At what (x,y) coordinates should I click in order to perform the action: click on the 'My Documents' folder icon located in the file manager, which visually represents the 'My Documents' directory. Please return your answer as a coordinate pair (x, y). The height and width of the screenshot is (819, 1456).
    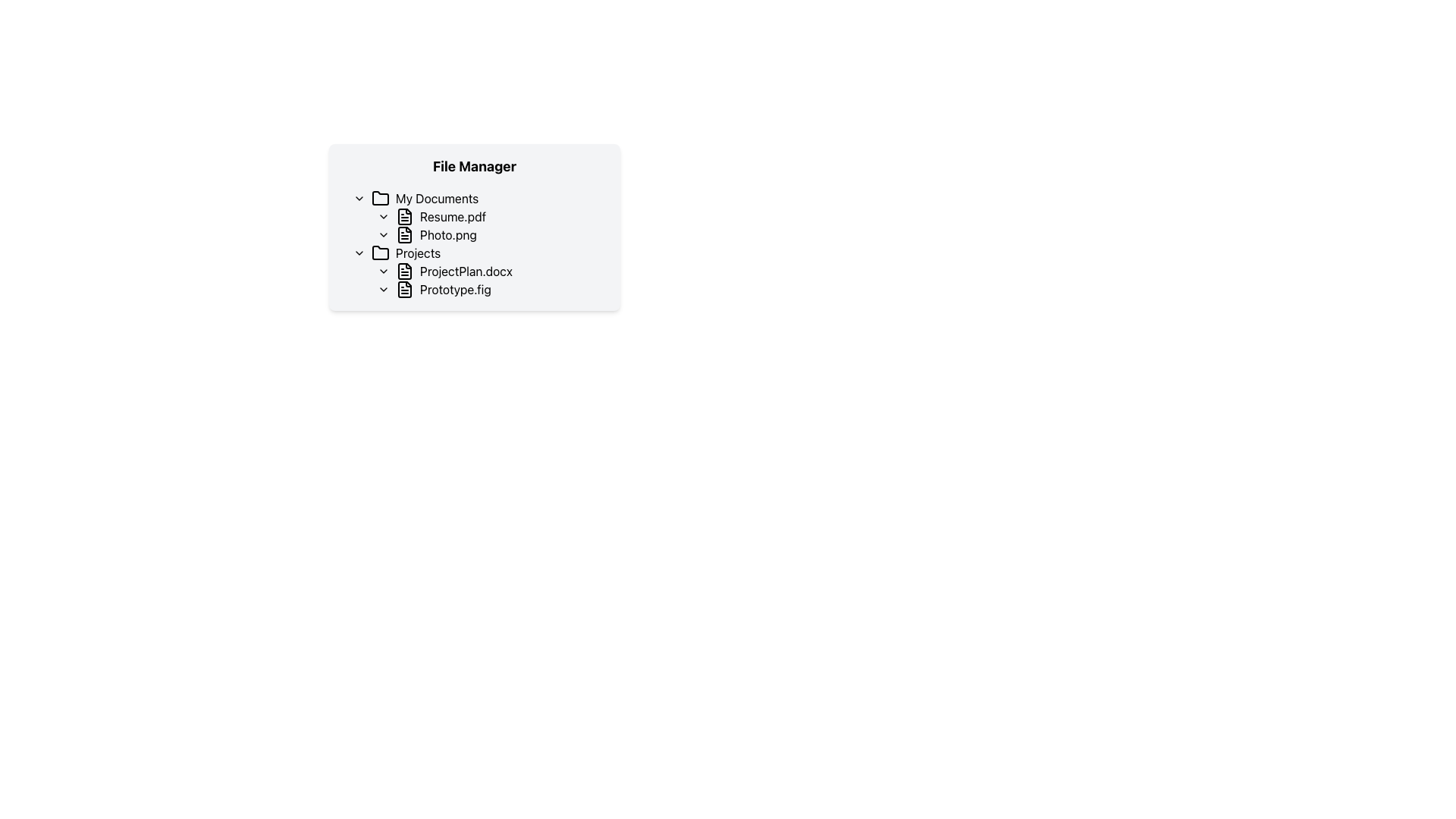
    Looking at the image, I should click on (381, 197).